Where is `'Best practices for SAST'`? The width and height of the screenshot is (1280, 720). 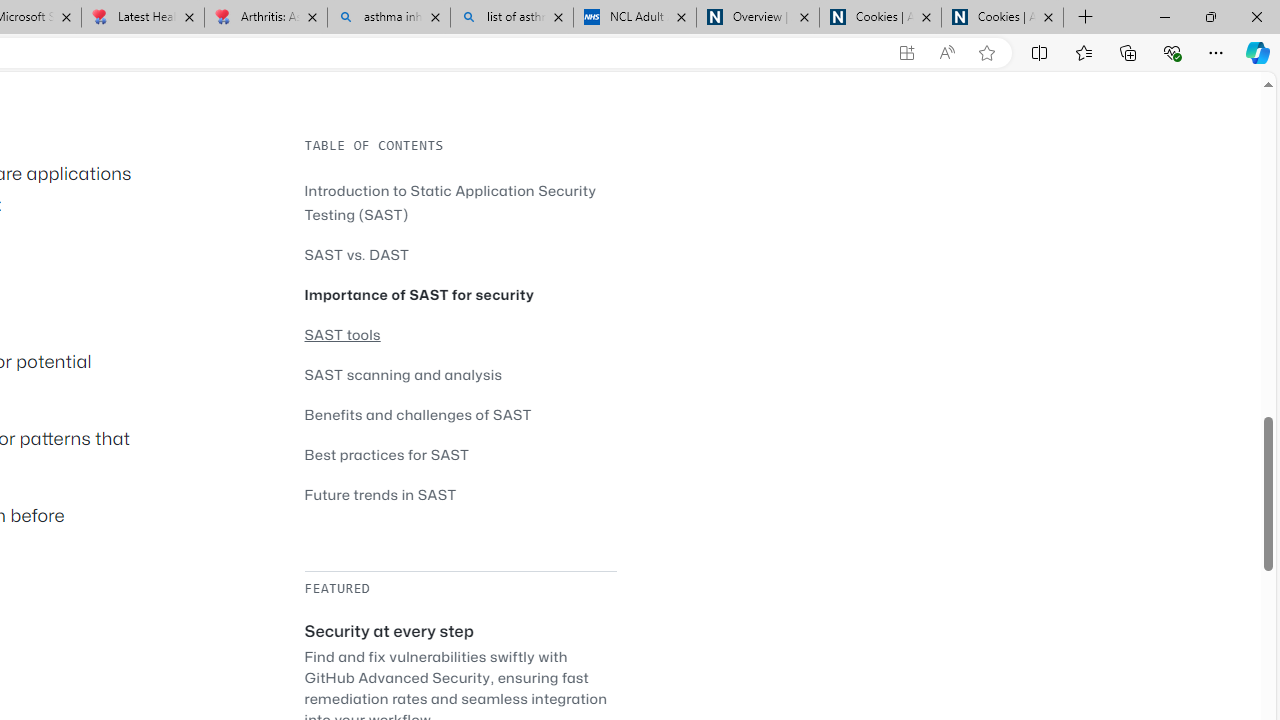
'Best practices for SAST' is located at coordinates (459, 454).